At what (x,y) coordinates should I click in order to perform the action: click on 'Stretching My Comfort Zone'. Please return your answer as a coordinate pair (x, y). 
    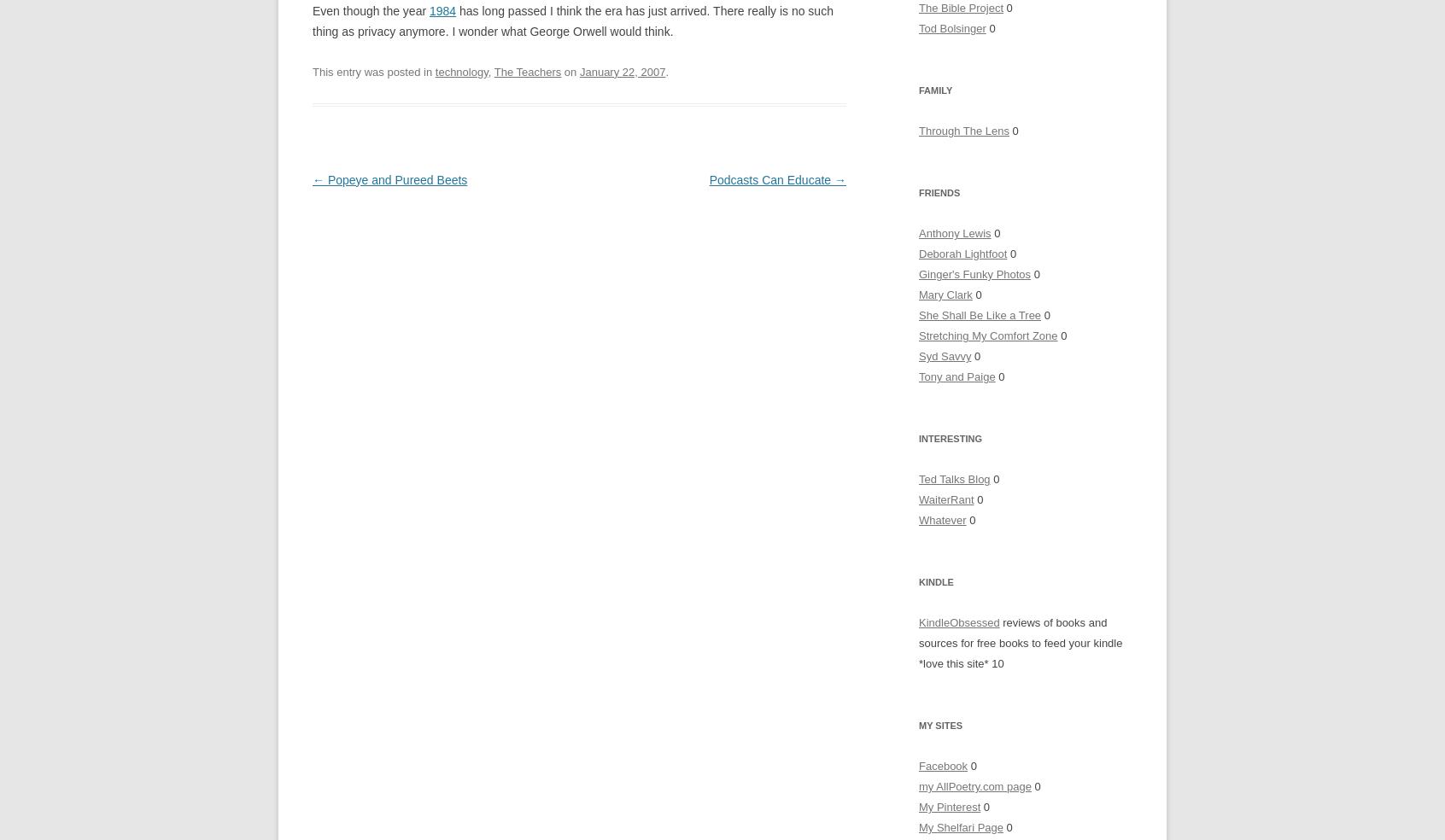
    Looking at the image, I should click on (986, 335).